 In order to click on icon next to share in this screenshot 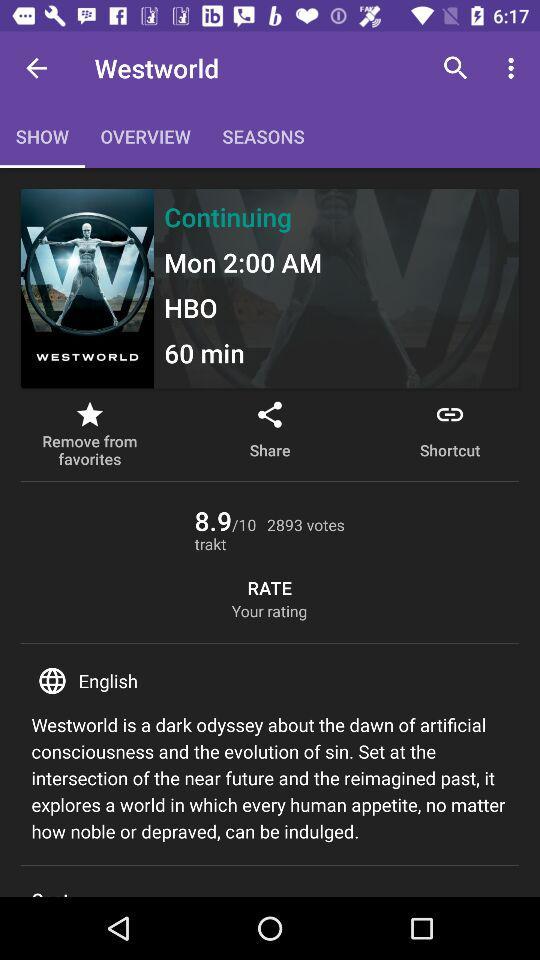, I will do `click(449, 434)`.